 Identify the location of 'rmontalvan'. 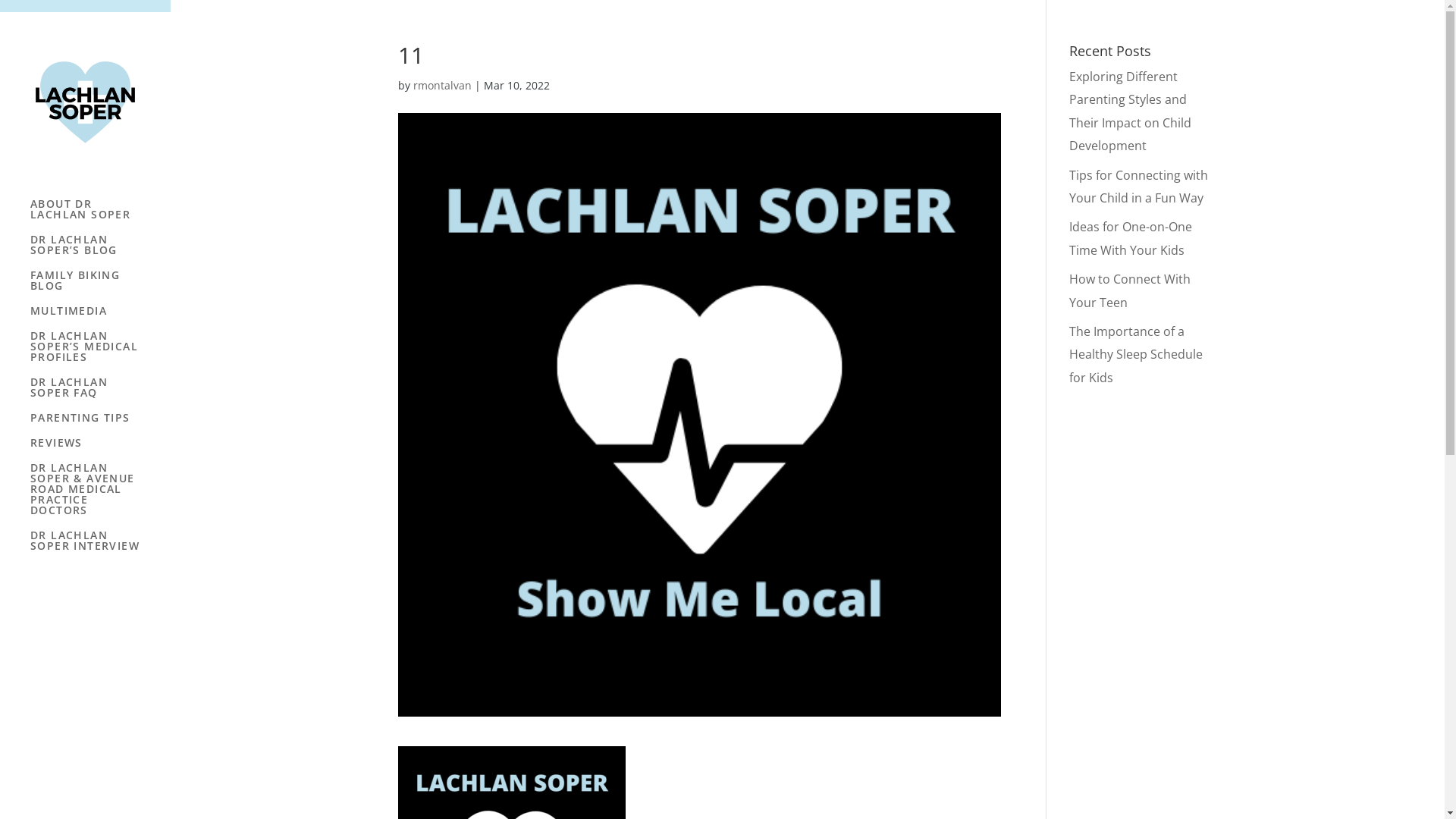
(441, 85).